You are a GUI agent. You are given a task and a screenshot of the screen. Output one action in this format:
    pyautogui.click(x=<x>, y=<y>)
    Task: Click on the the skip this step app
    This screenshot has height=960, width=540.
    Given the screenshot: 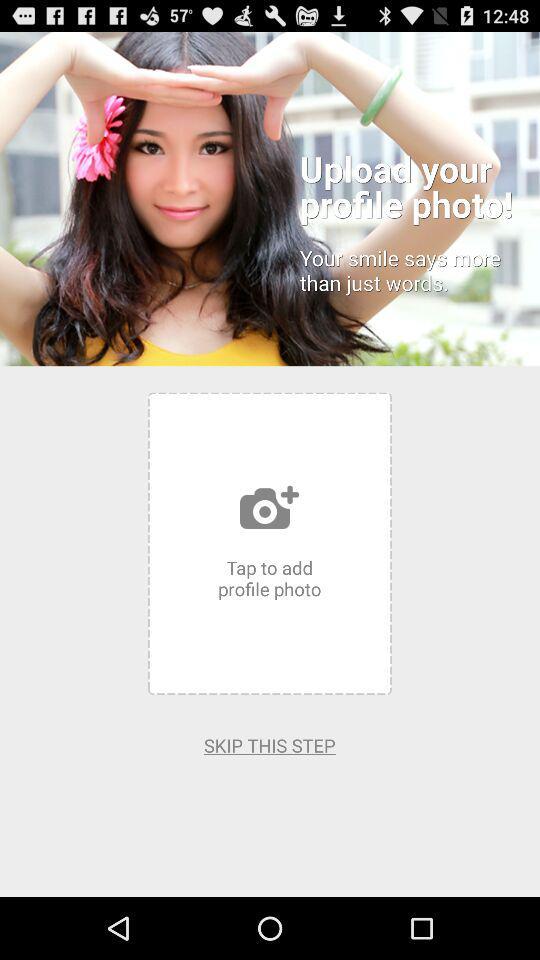 What is the action you would take?
    pyautogui.click(x=269, y=744)
    